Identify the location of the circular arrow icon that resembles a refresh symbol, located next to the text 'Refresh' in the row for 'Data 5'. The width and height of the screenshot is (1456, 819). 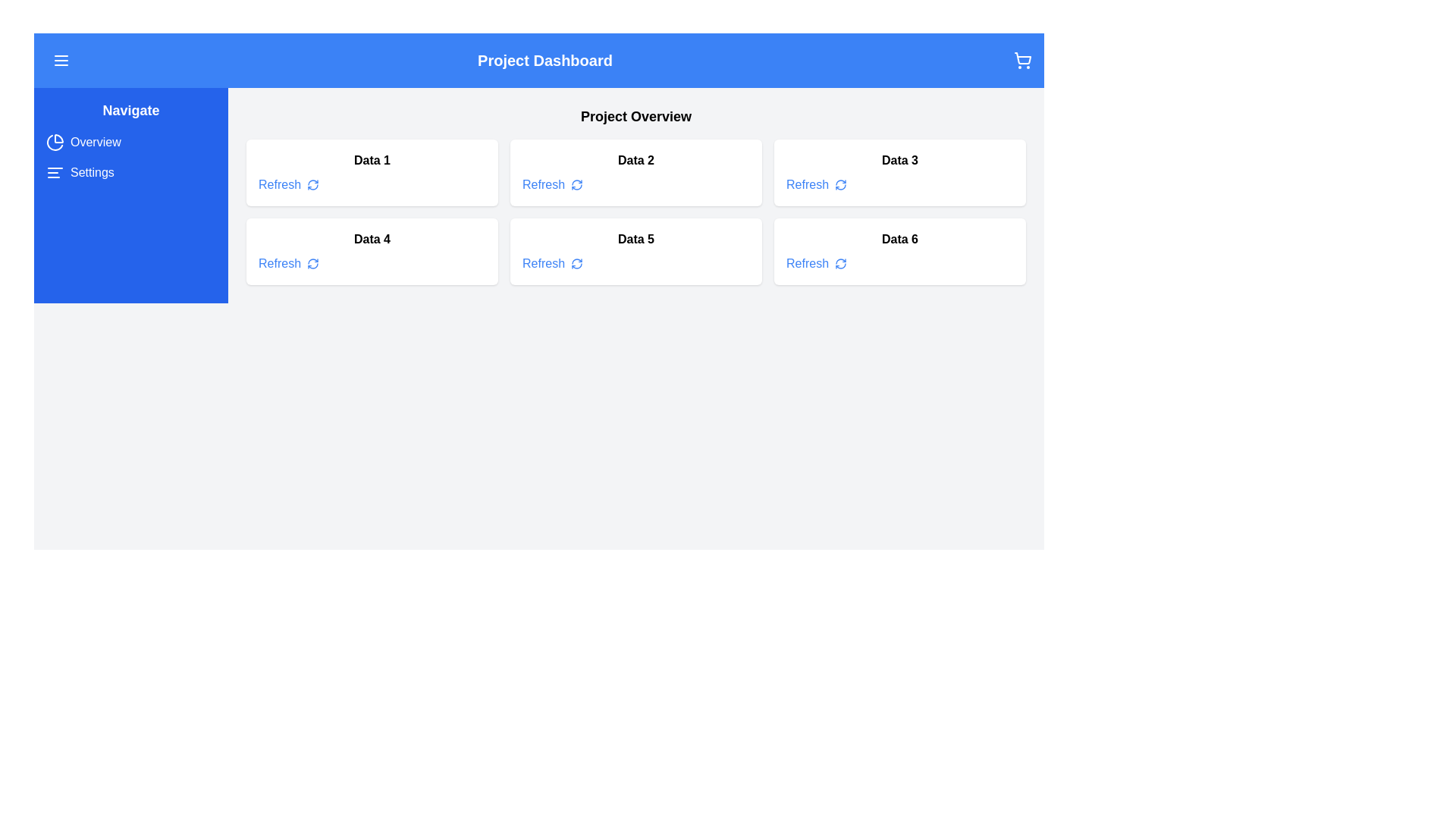
(576, 262).